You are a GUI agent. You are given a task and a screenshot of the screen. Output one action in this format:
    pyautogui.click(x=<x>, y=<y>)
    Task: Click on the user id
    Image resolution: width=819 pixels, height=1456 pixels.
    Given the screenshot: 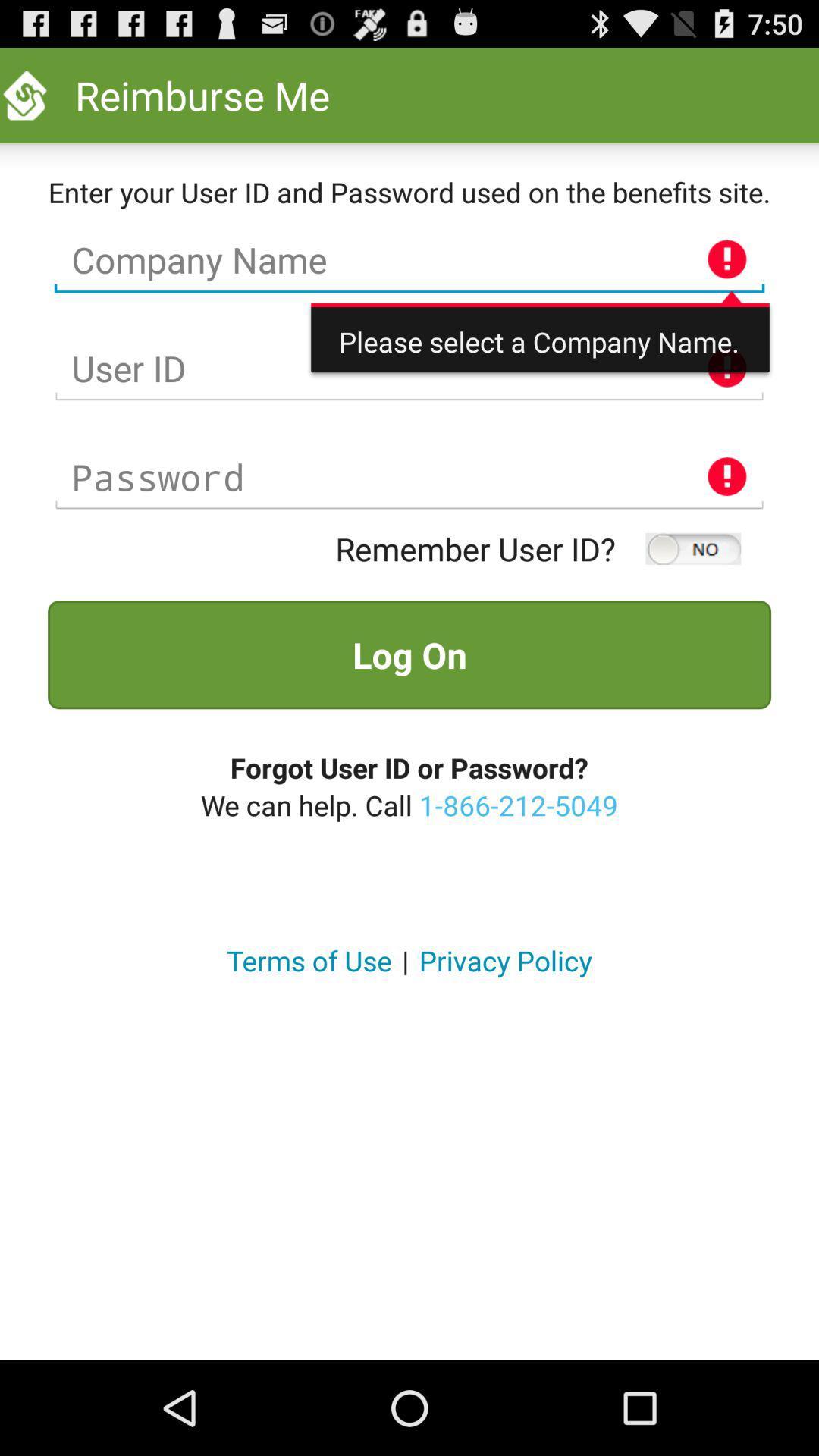 What is the action you would take?
    pyautogui.click(x=409, y=369)
    